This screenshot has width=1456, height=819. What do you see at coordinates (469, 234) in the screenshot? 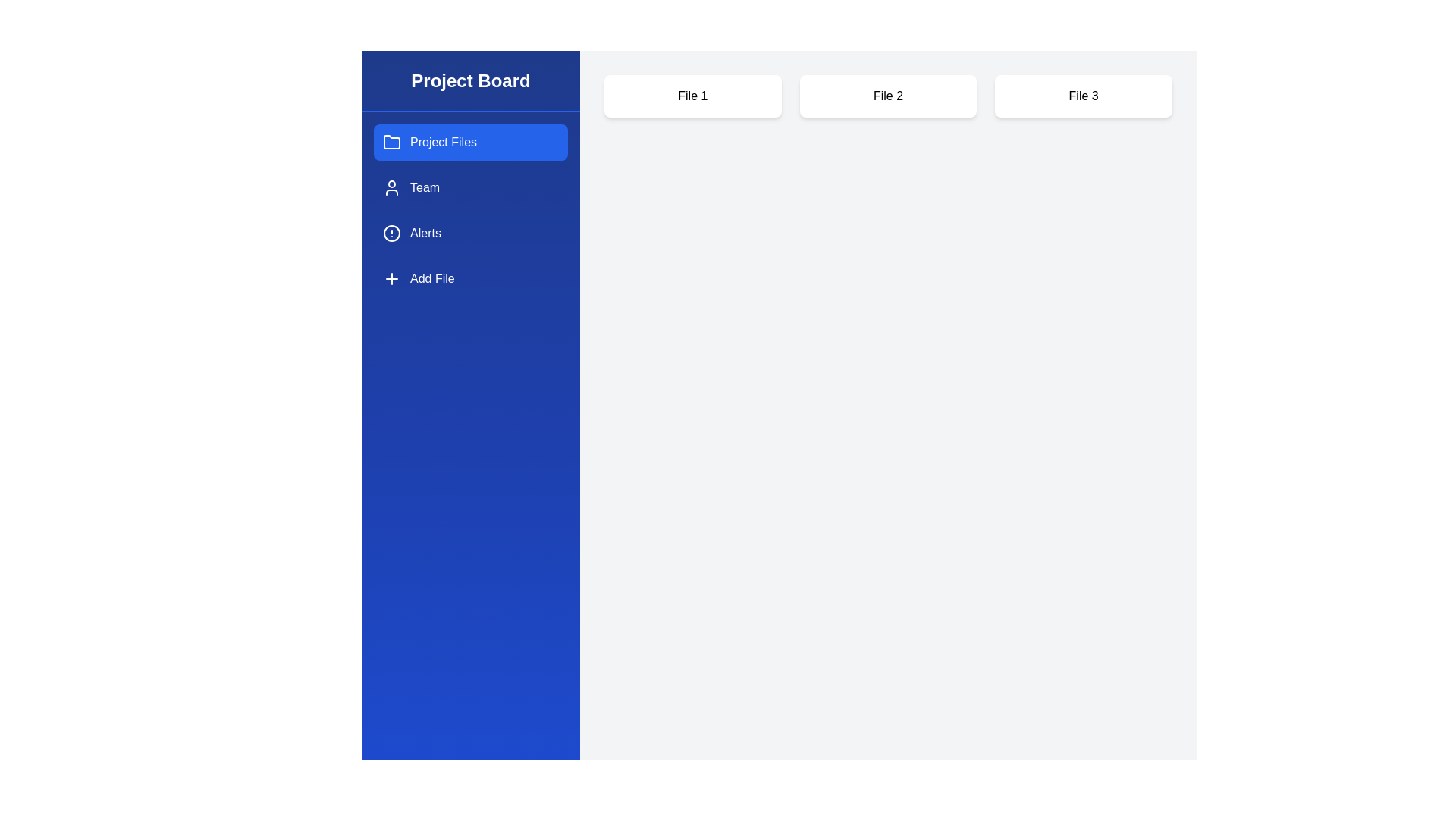
I see `the notifications button located in the sidebar, which is the third button in the vertical list` at bounding box center [469, 234].